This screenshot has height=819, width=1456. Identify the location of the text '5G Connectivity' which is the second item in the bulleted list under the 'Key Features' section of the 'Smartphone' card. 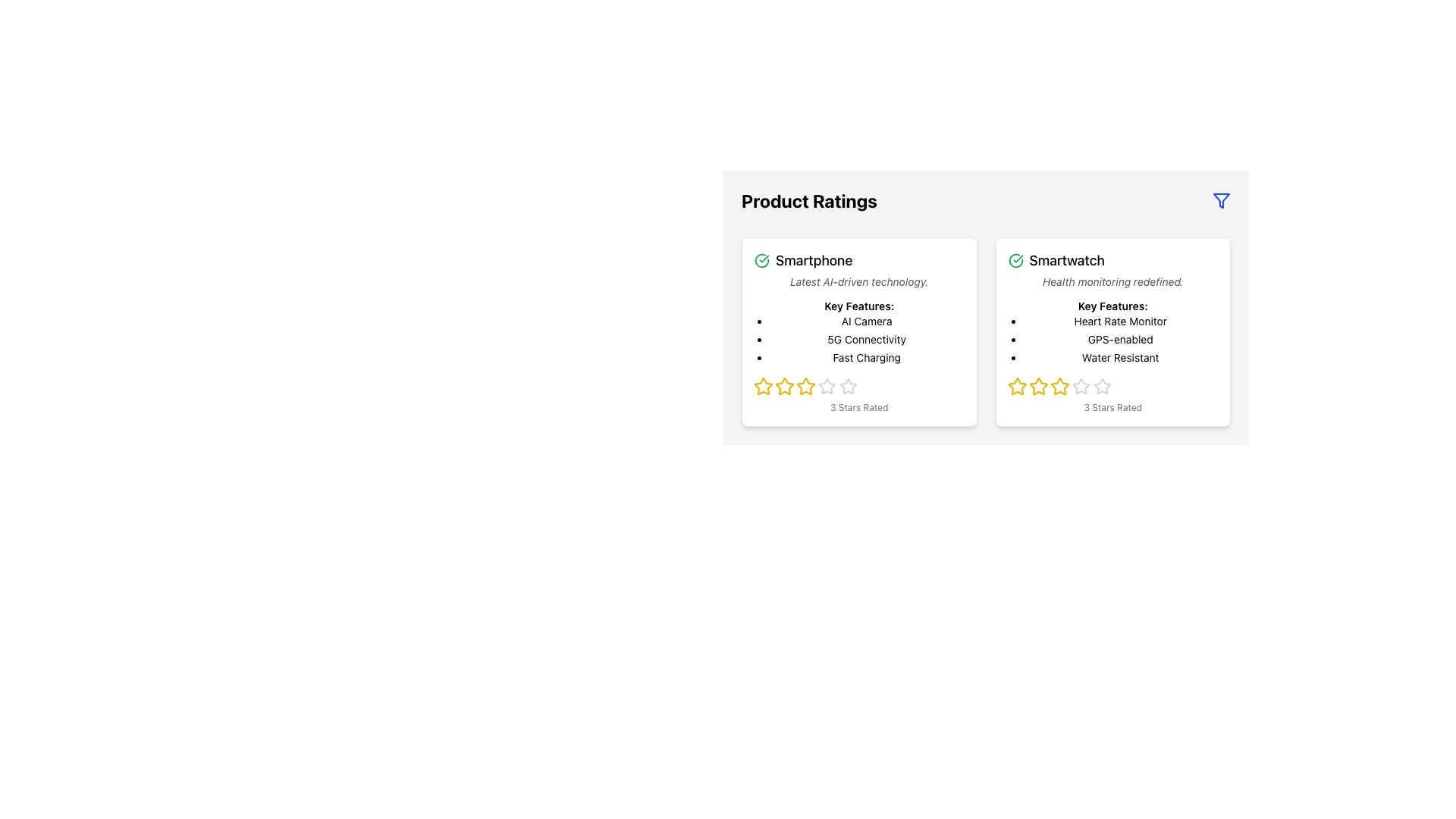
(867, 338).